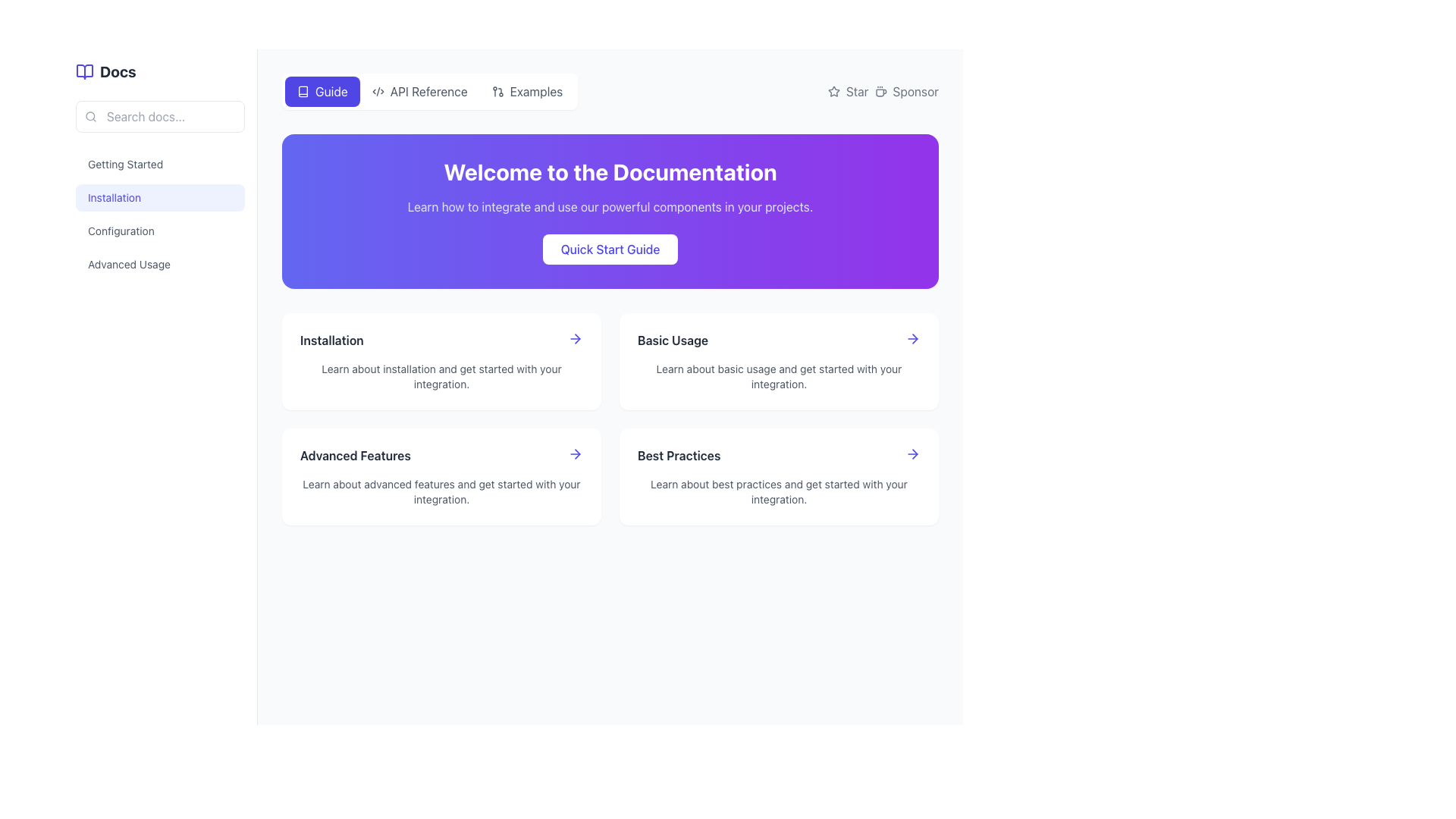 Image resolution: width=1456 pixels, height=819 pixels. I want to click on the minimalist 'pull request' icon located in the 'Examples' item of the header menu, positioned to the left of the text 'Examples', so click(497, 91).